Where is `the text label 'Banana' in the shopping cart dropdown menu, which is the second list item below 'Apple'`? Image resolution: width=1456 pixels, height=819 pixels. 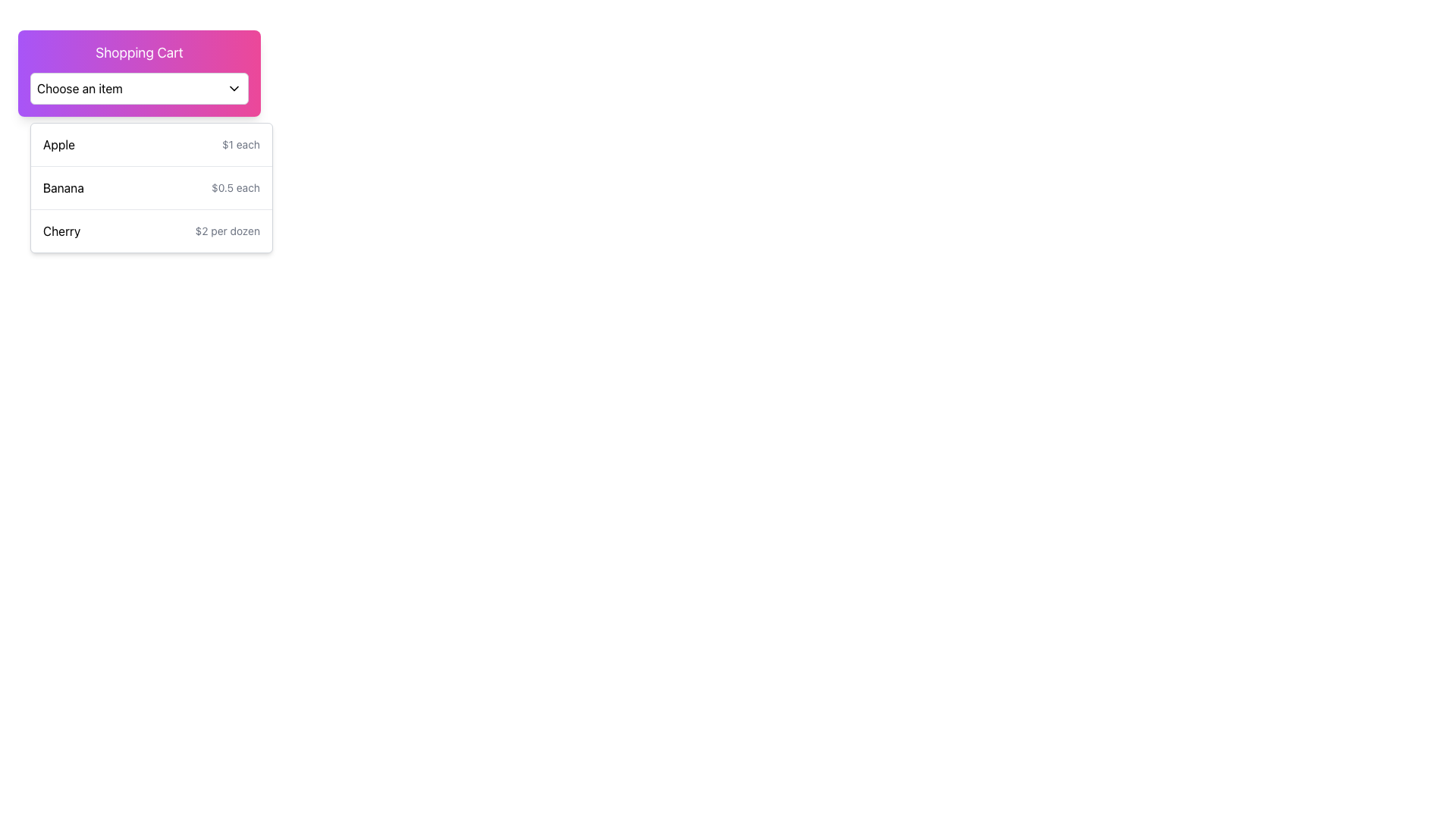 the text label 'Banana' in the shopping cart dropdown menu, which is the second list item below 'Apple' is located at coordinates (62, 187).